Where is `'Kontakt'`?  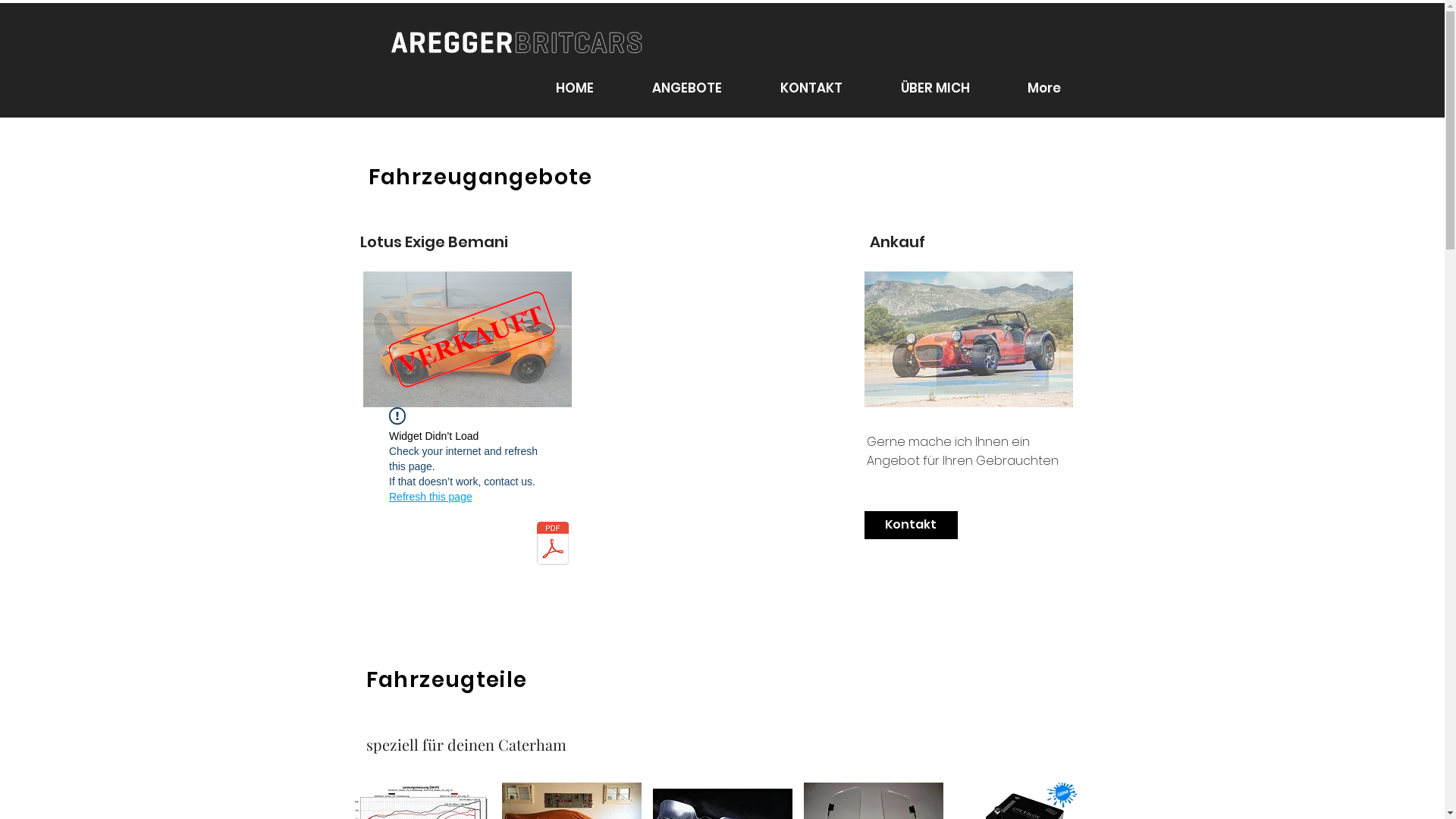 'Kontakt' is located at coordinates (910, 524).